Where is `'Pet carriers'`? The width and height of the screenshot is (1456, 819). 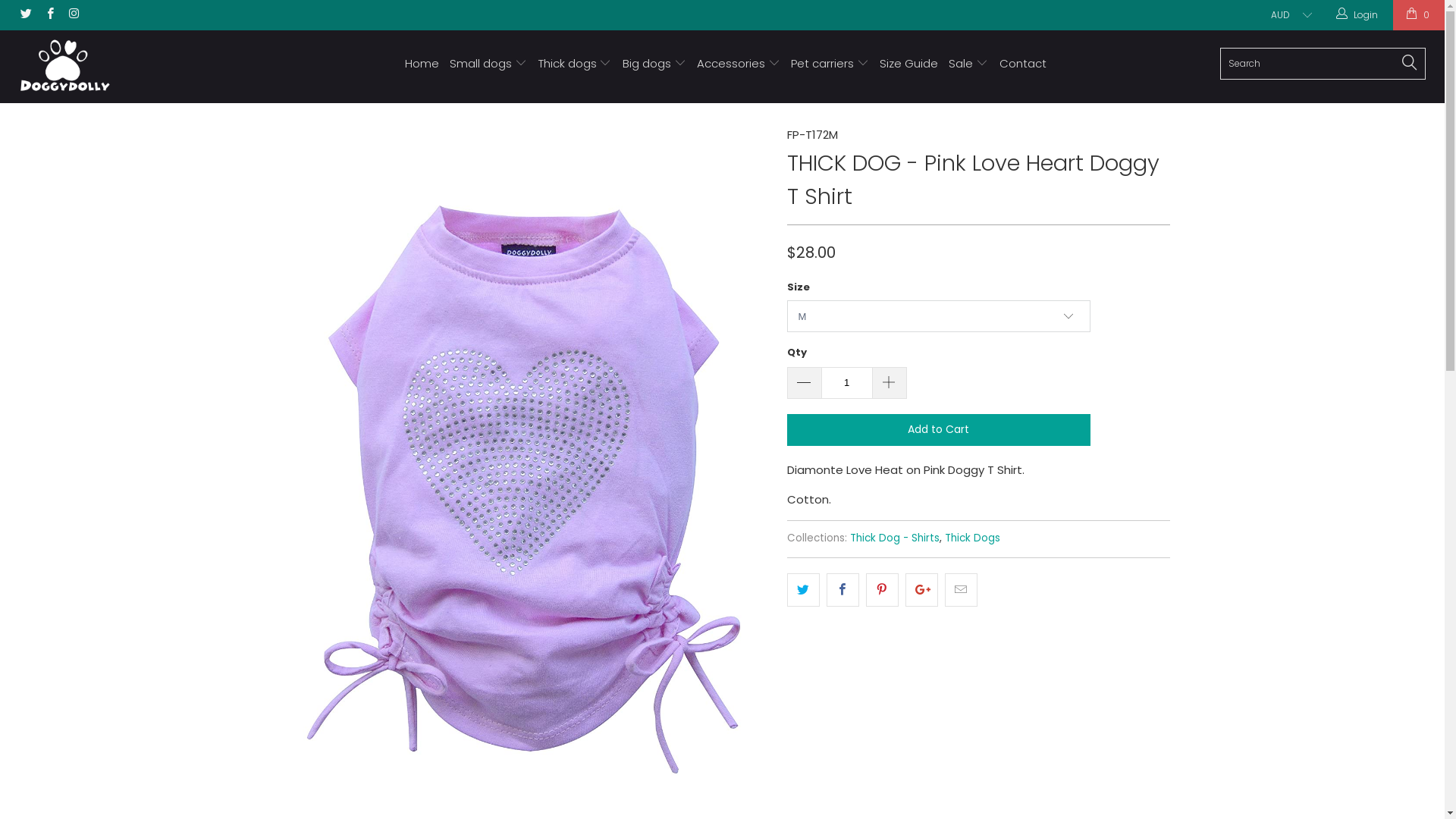
'Pet carriers' is located at coordinates (789, 63).